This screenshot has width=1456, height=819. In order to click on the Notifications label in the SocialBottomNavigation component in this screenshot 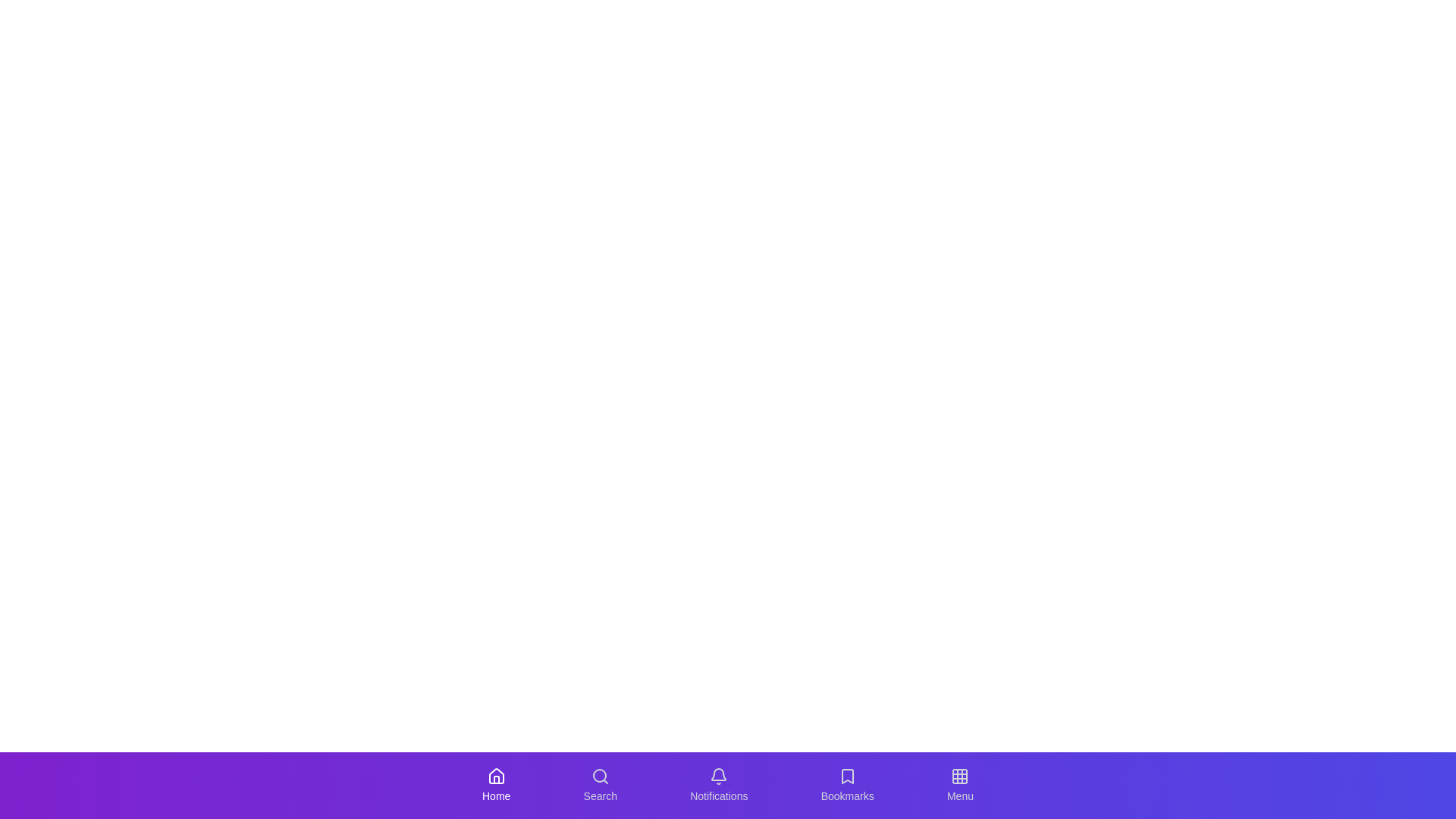, I will do `click(718, 795)`.